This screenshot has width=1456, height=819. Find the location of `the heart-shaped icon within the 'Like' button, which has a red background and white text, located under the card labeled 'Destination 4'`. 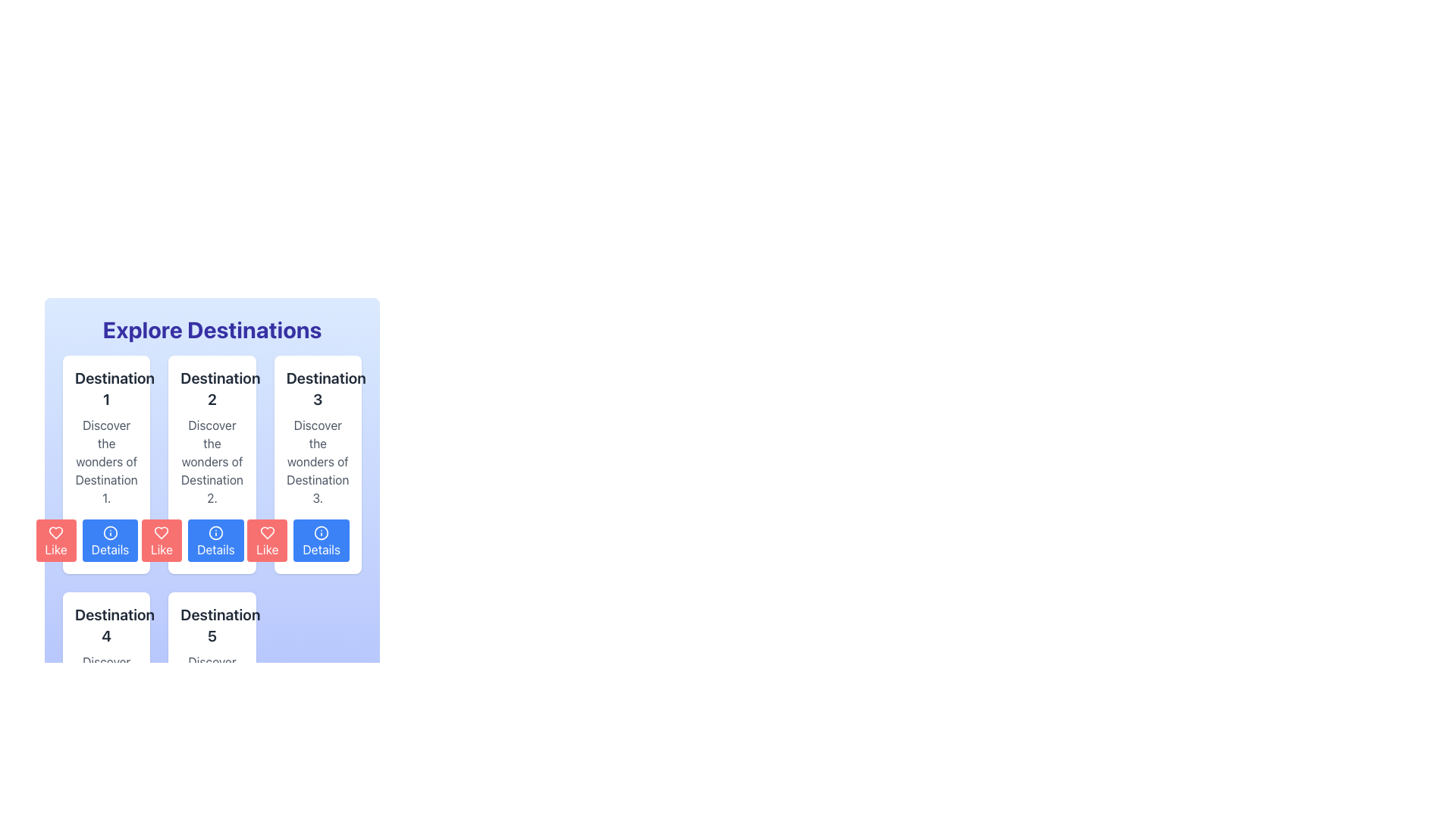

the heart-shaped icon within the 'Like' button, which has a red background and white text, located under the card labeled 'Destination 4' is located at coordinates (56, 777).